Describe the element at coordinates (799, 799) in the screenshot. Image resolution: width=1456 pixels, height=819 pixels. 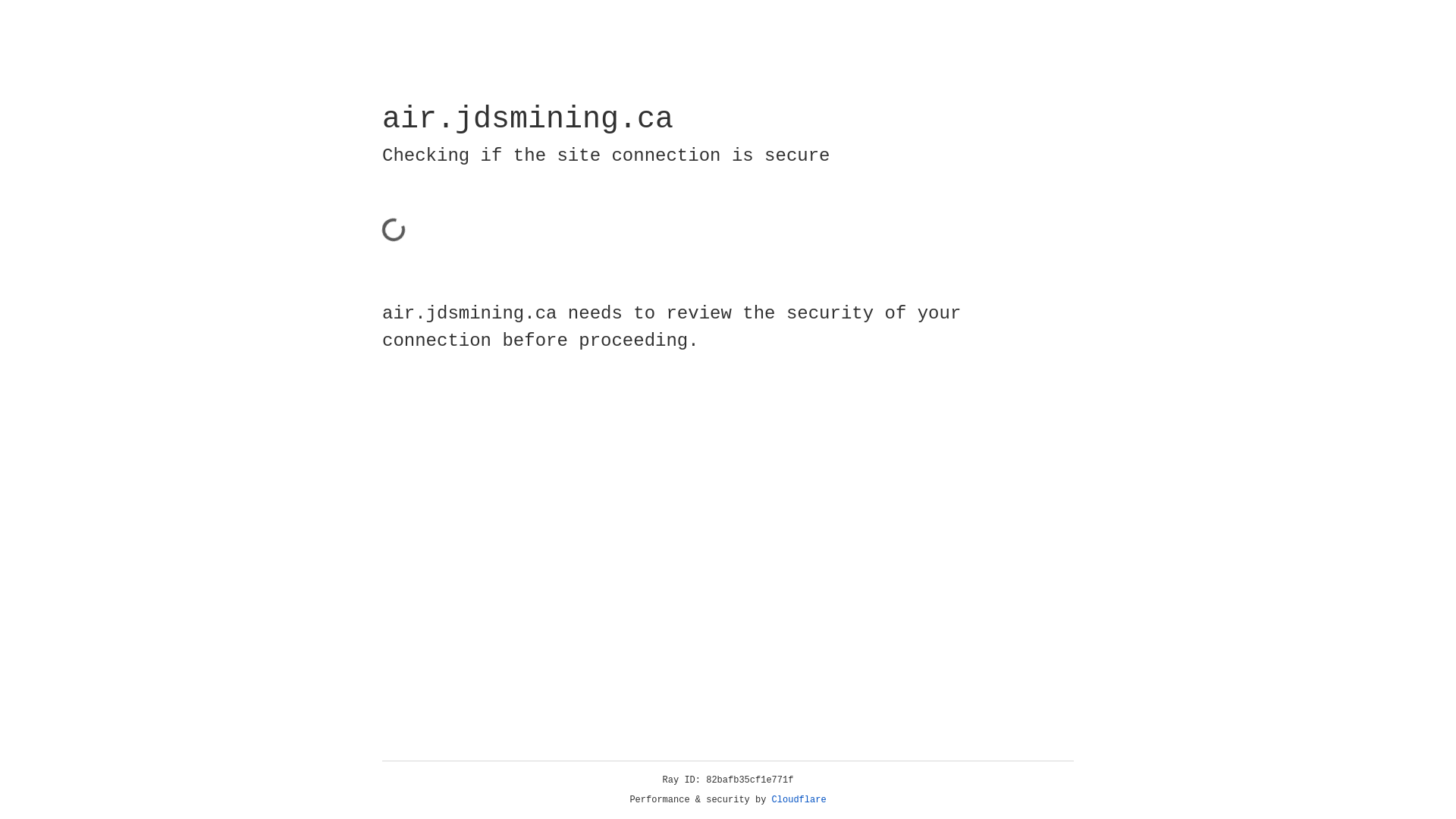
I see `'Cloudflare'` at that location.